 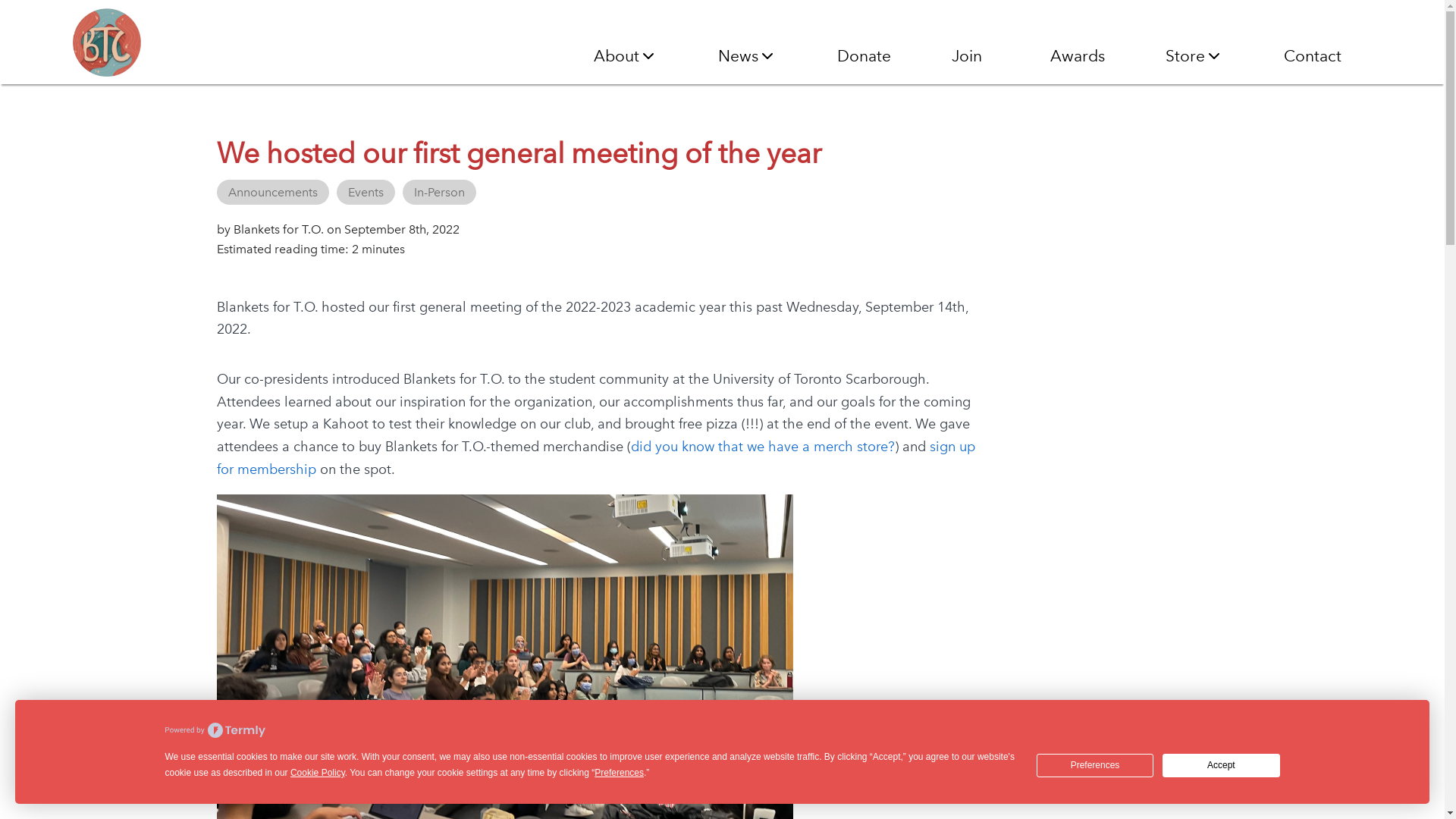 I want to click on 'Events', so click(x=366, y=191).